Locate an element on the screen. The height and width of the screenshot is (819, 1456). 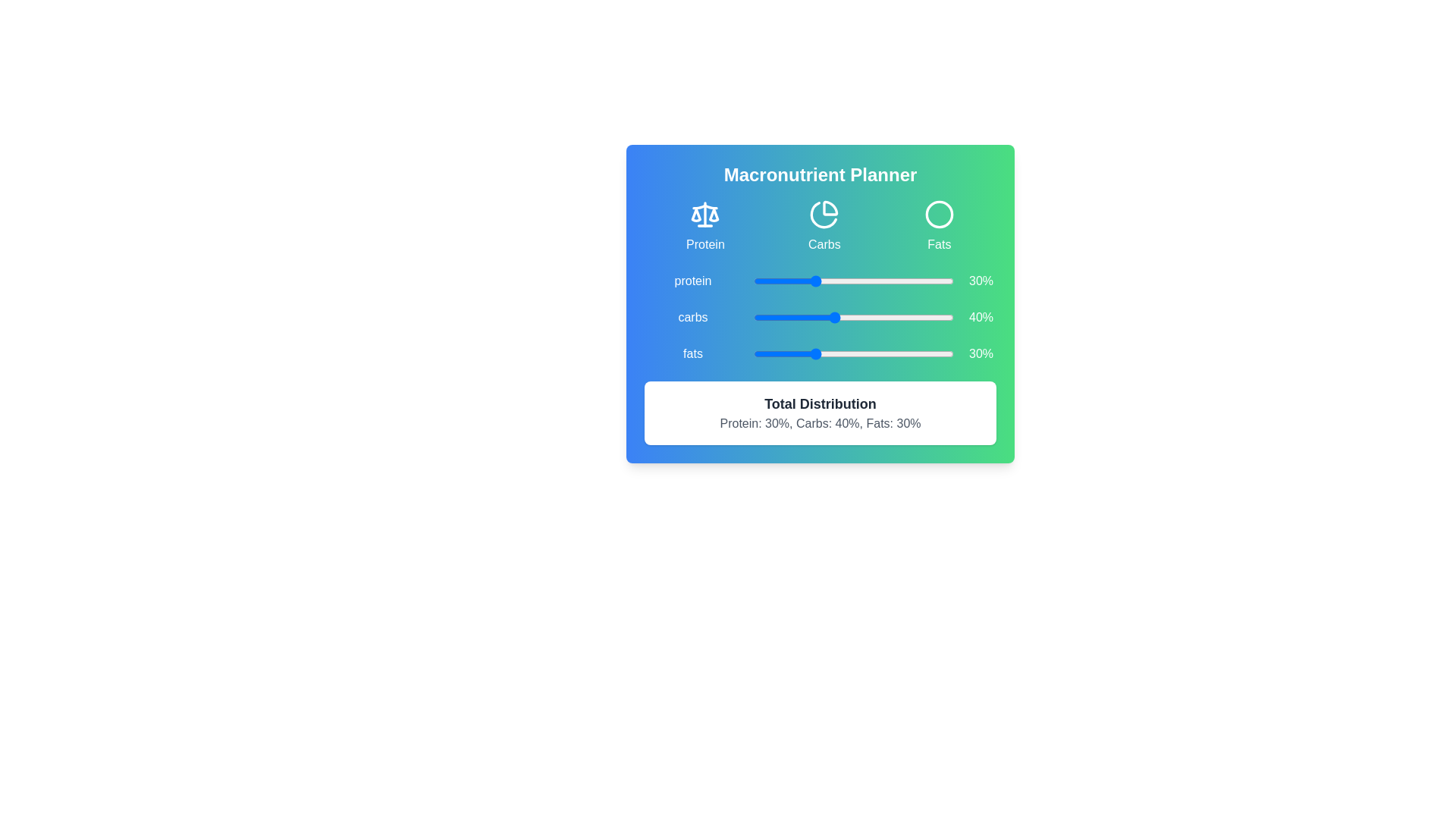
the Static text header which serves as the title or heading for the interface is located at coordinates (819, 174).